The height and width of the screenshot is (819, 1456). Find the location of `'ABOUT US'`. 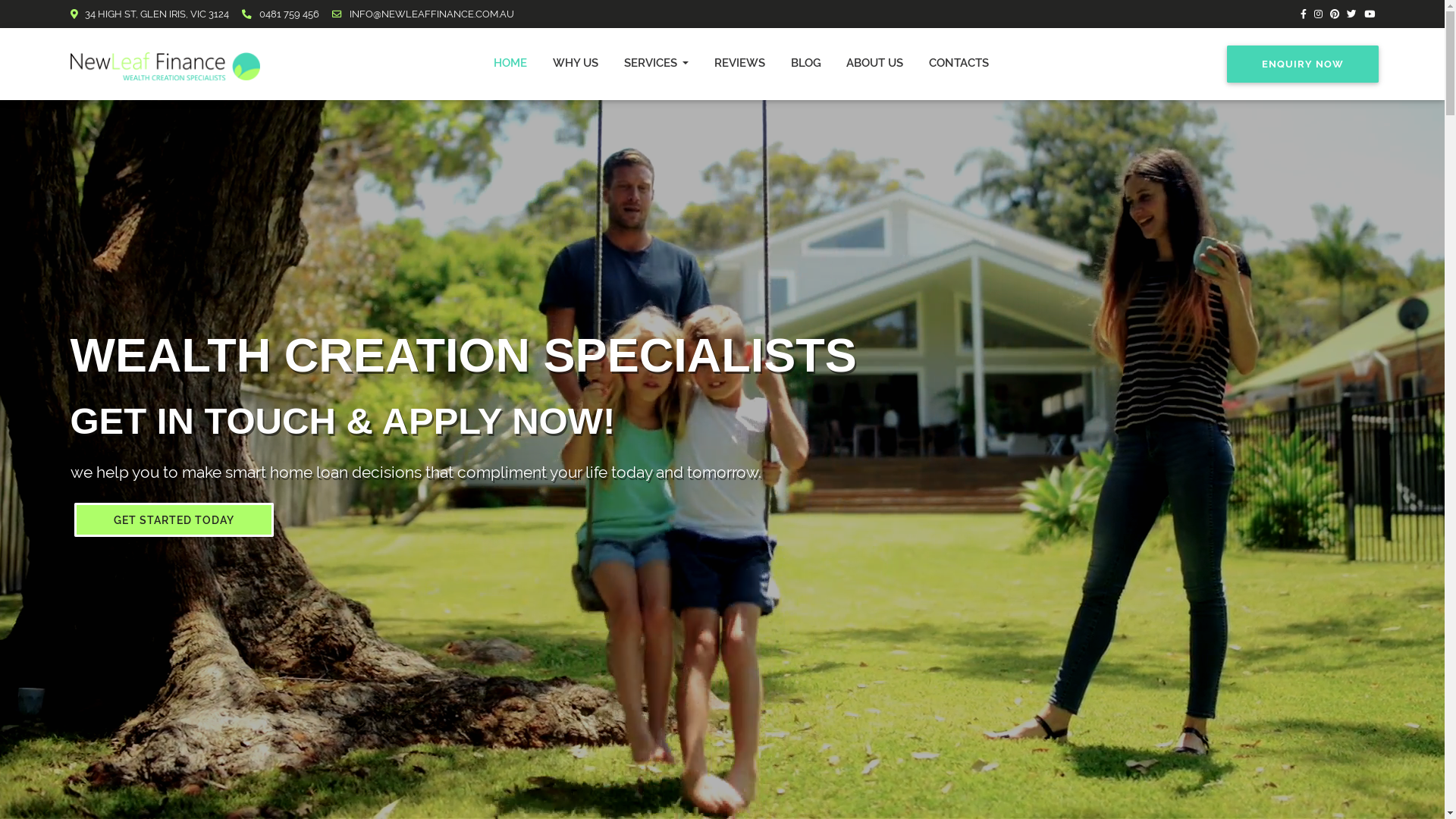

'ABOUT US' is located at coordinates (874, 63).